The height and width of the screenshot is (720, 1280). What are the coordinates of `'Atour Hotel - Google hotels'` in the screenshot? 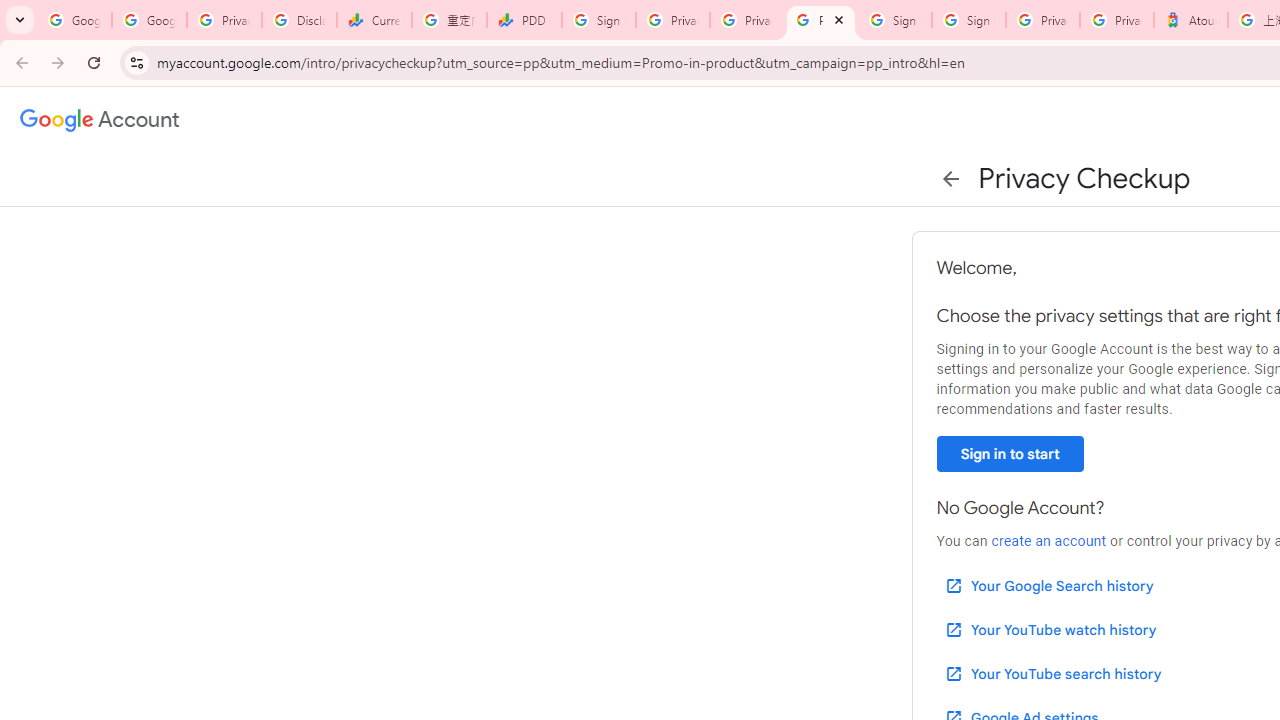 It's located at (1191, 20).